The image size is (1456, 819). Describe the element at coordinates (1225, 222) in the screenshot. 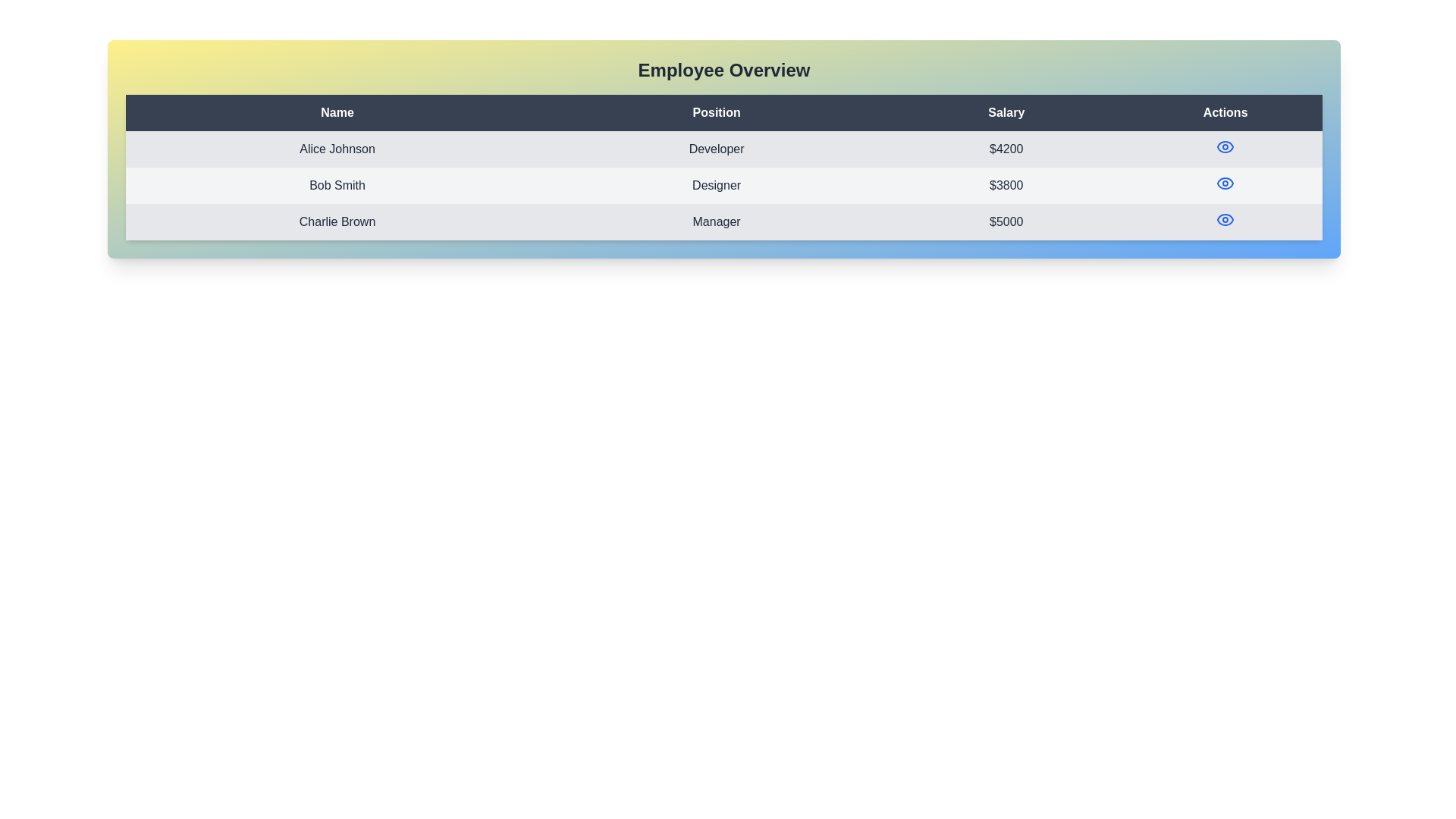

I see `the button/icon in the 'Actions' column for the row of 'Charlie Brown'` at that location.